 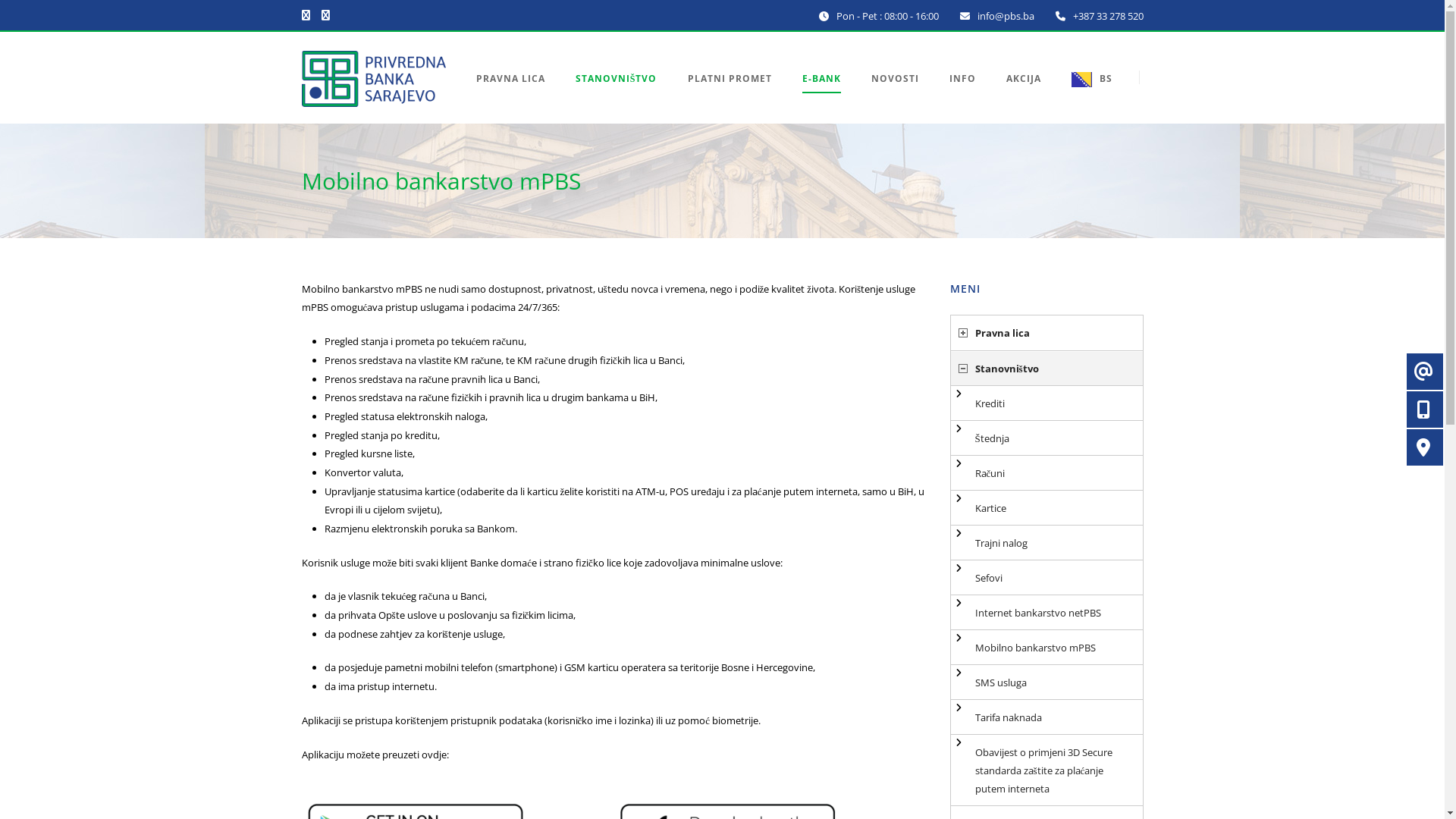 What do you see at coordinates (1046, 611) in the screenshot?
I see `'Internet bankarstvo netPBS'` at bounding box center [1046, 611].